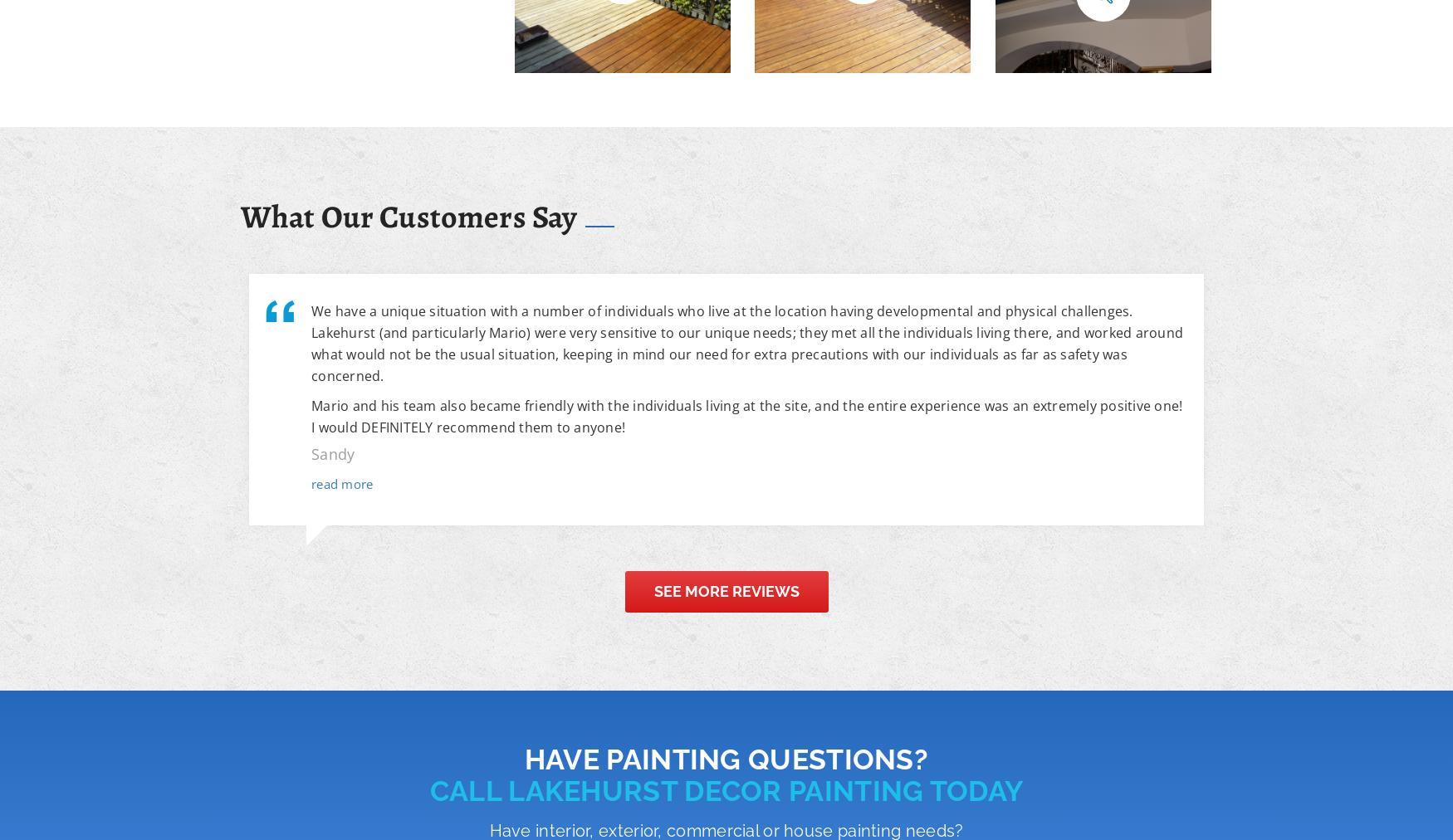 The height and width of the screenshot is (840, 1453). What do you see at coordinates (746, 416) in the screenshot?
I see `'Mario and his team also became friendly with the individuals living at the site, and the entire experience was an extremely positive one! I would DEFINITELY recommend them to anyone!'` at bounding box center [746, 416].